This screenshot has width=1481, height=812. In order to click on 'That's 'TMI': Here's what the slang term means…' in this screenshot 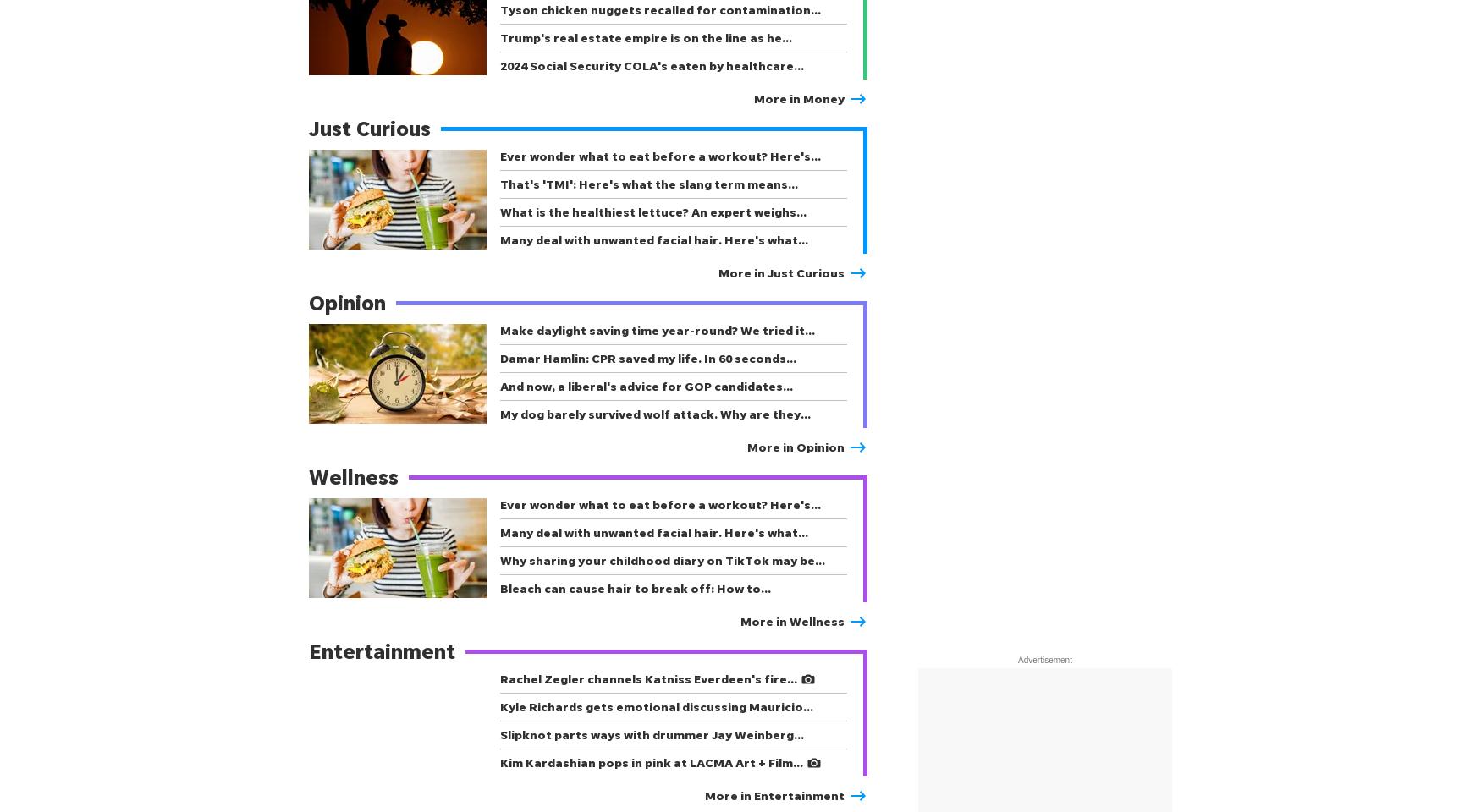, I will do `click(648, 184)`.